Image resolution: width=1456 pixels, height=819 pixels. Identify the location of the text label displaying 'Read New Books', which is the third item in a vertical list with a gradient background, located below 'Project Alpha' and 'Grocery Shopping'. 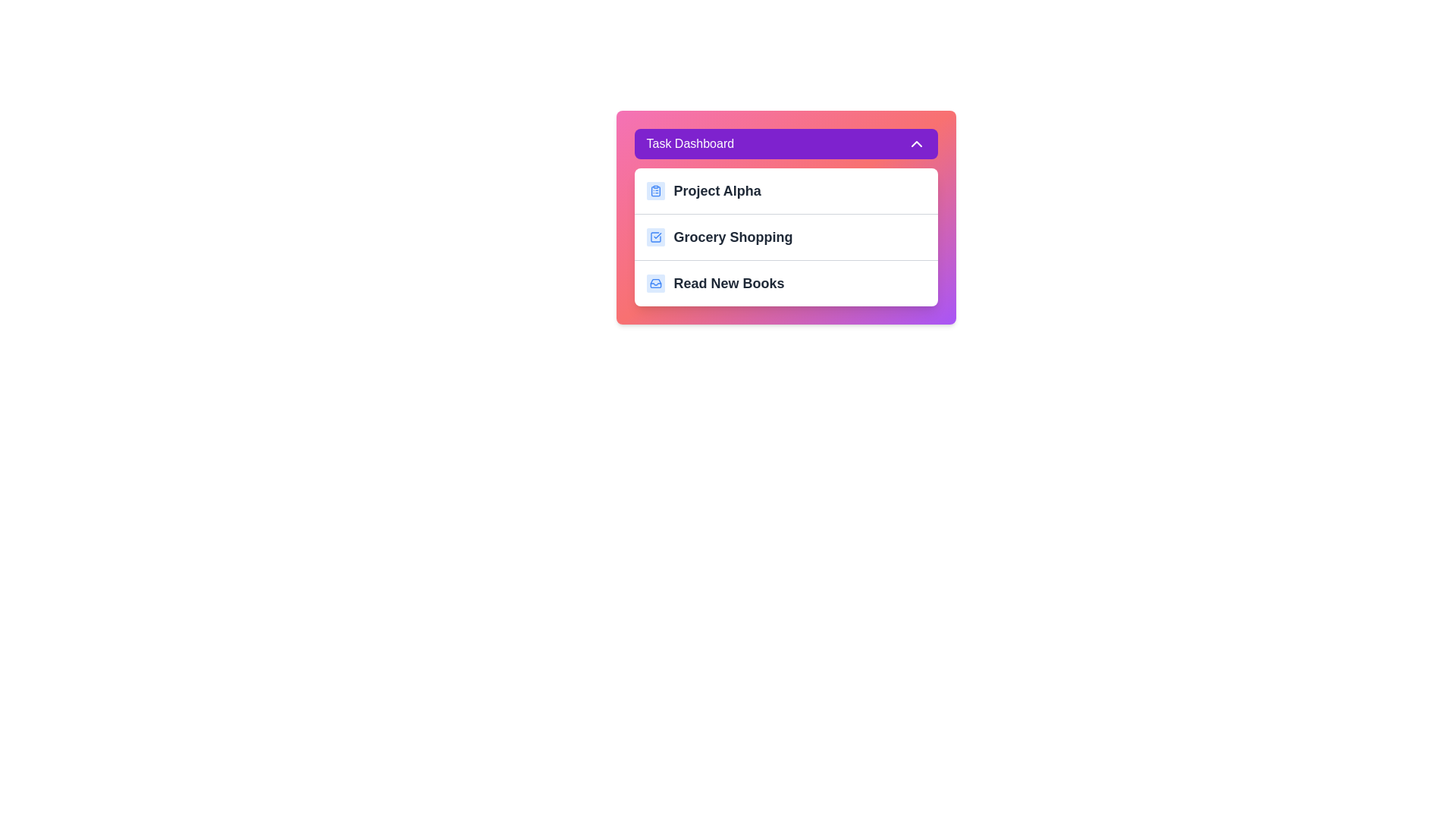
(729, 284).